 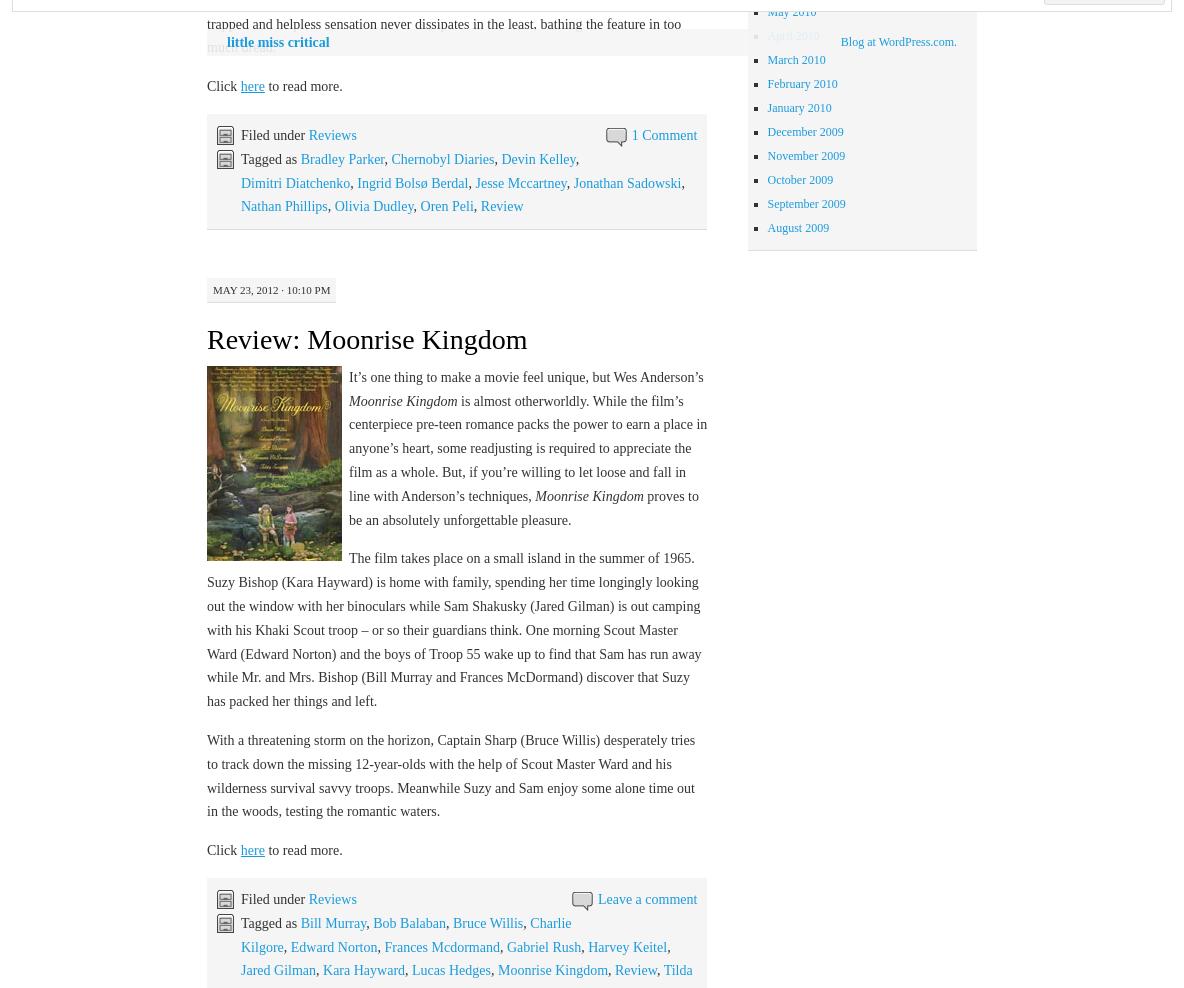 I want to click on 'March 2010', so click(x=795, y=57).